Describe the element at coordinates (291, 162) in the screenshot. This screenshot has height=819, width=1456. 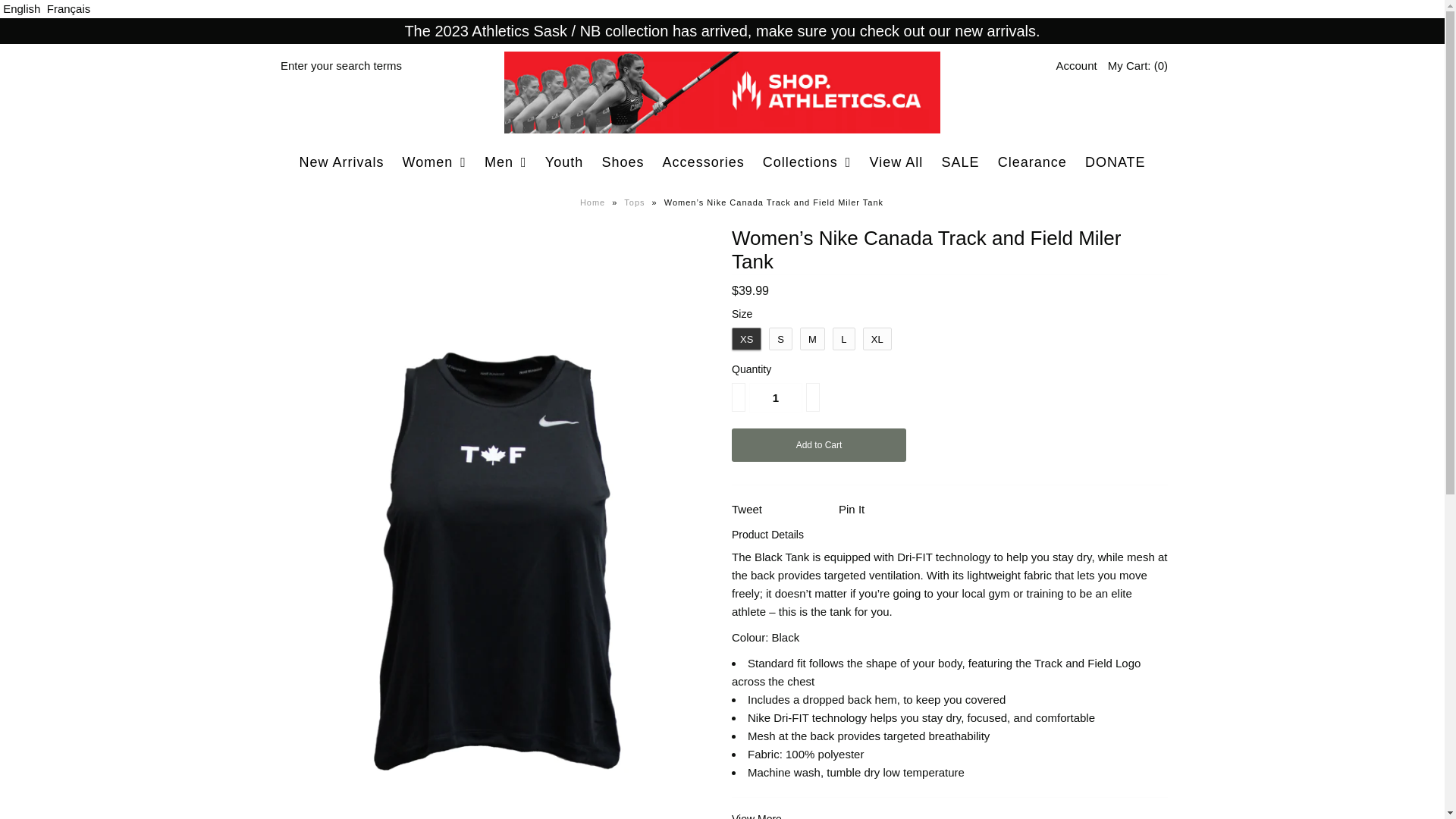
I see `'New Arrivals'` at that location.